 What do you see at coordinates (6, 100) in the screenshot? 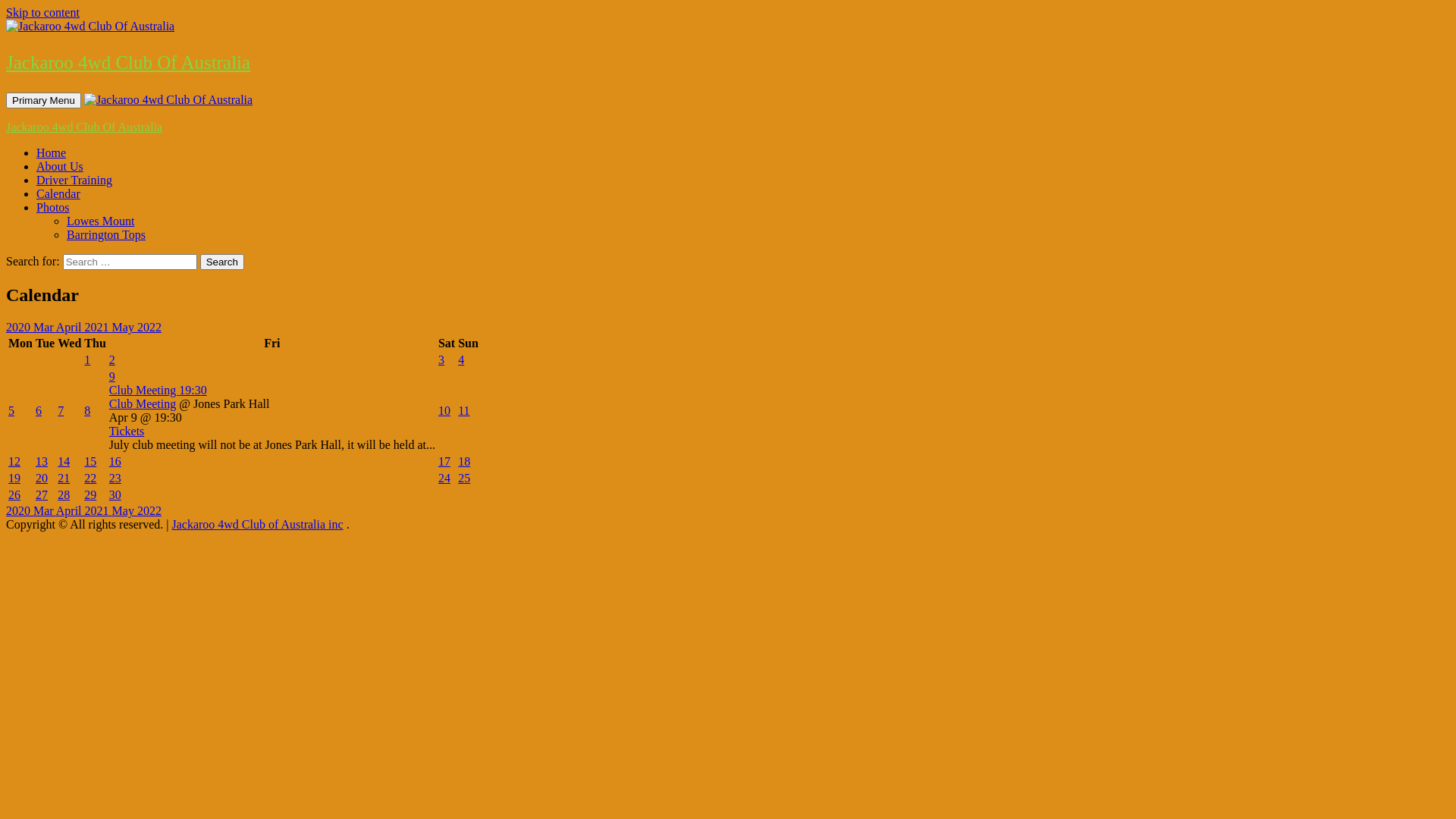
I see `'Primary Menu'` at bounding box center [6, 100].